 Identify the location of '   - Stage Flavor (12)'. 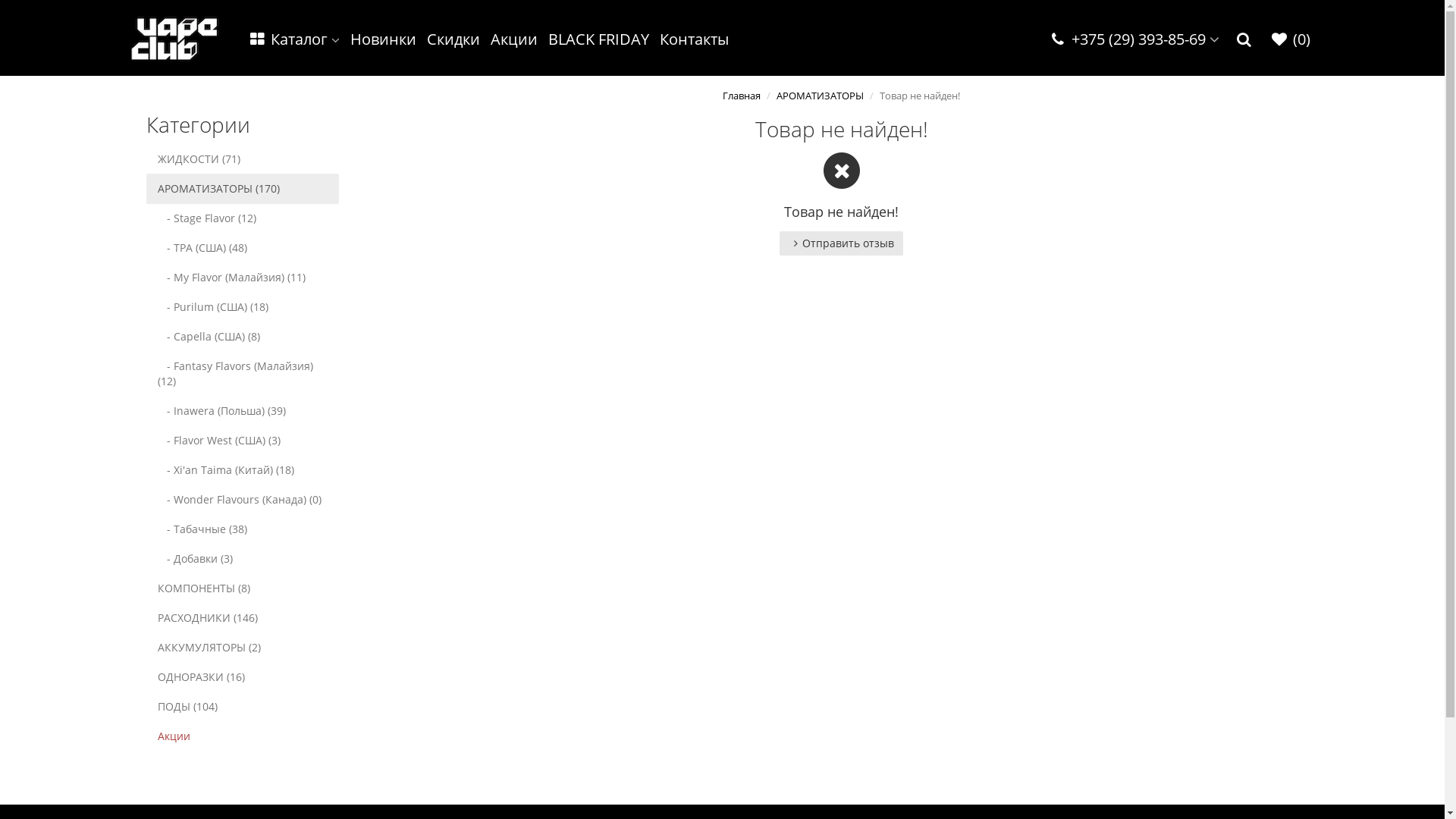
(240, 218).